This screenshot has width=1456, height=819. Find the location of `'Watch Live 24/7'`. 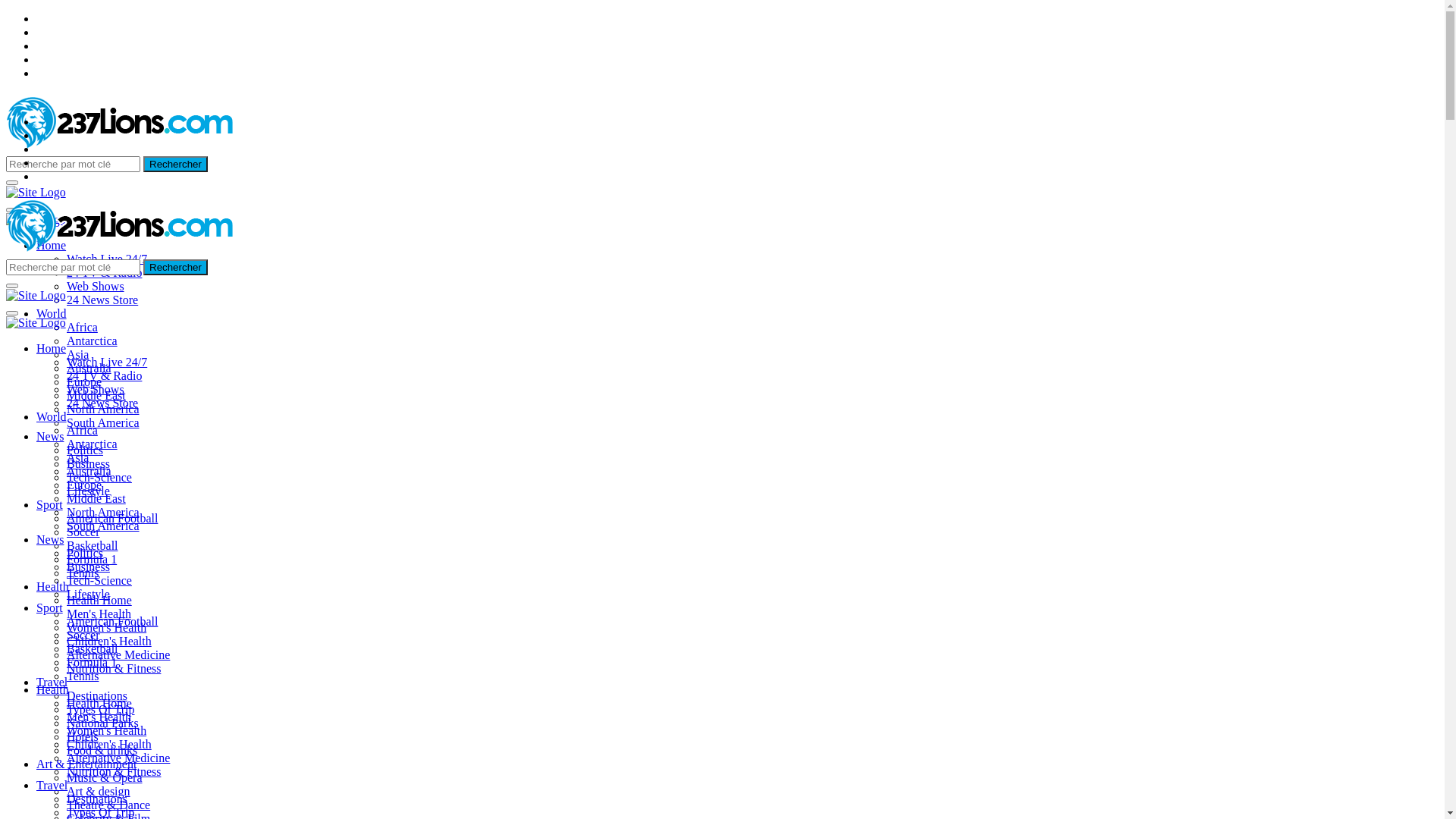

'Watch Live 24/7' is located at coordinates (105, 362).